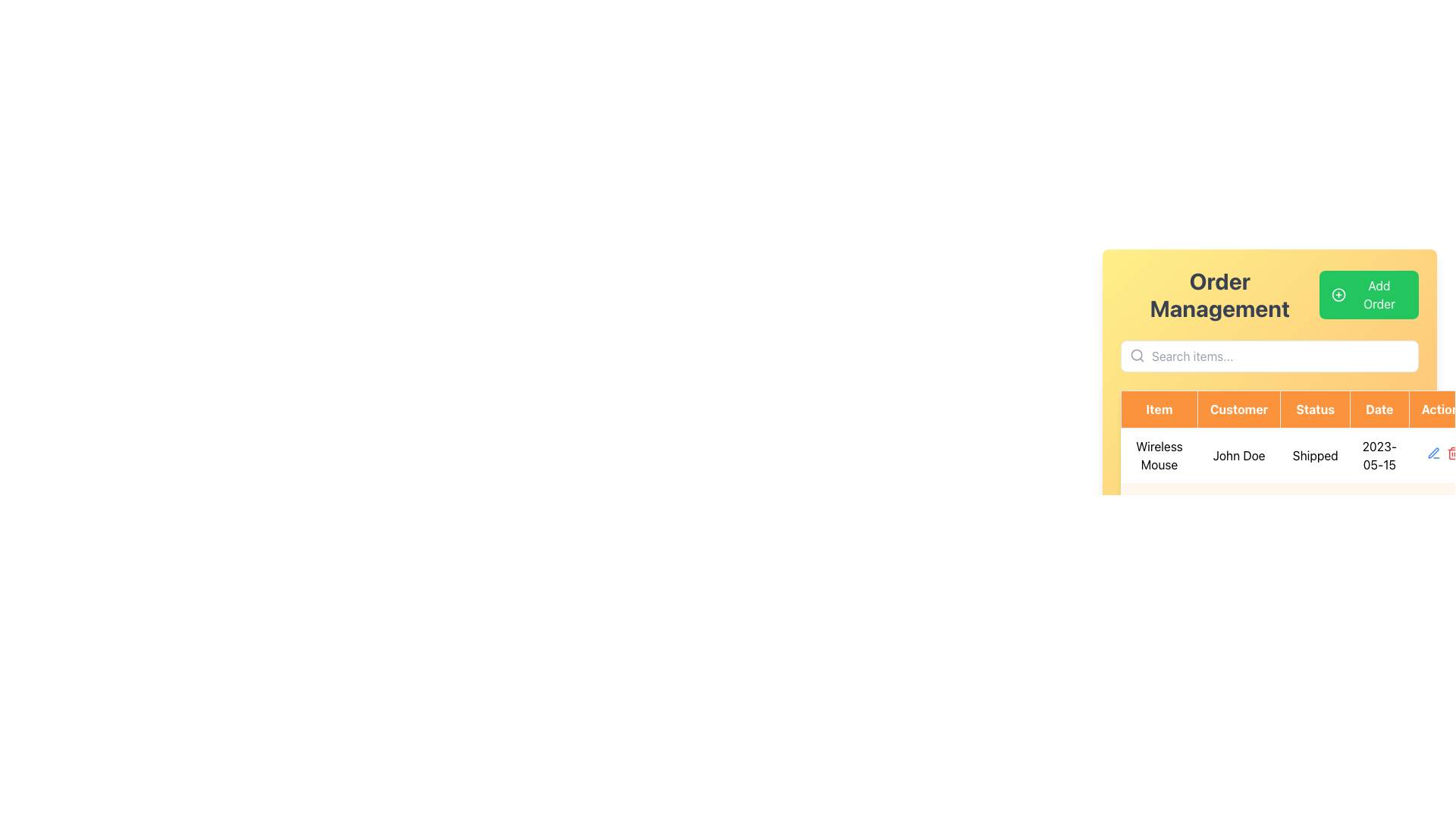  I want to click on the small circle within the search icon located in the top-left corner of the search bar in the 'Order Management' interface, so click(1137, 355).